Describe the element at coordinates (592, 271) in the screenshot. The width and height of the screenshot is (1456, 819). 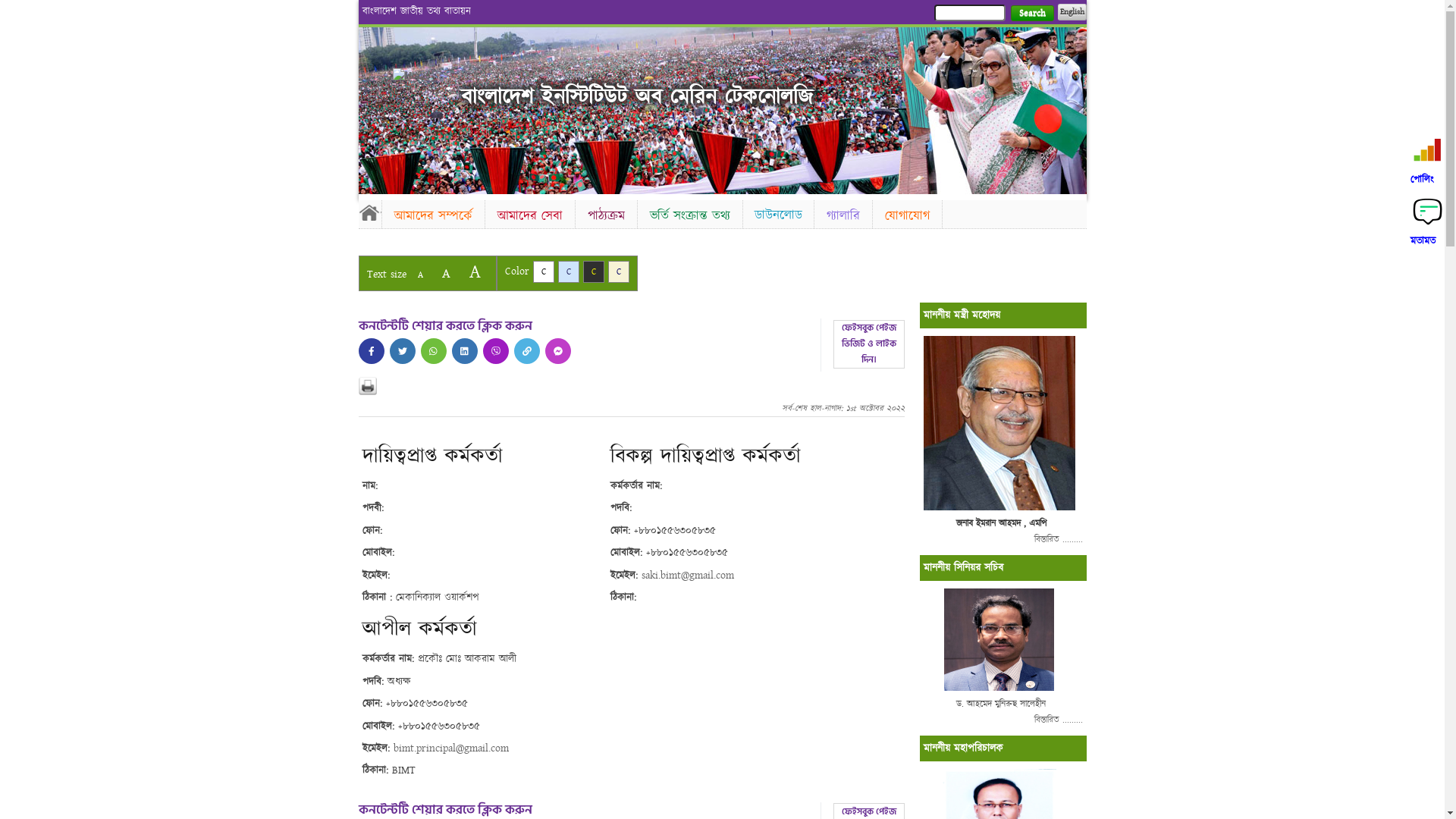
I see `'C'` at that location.